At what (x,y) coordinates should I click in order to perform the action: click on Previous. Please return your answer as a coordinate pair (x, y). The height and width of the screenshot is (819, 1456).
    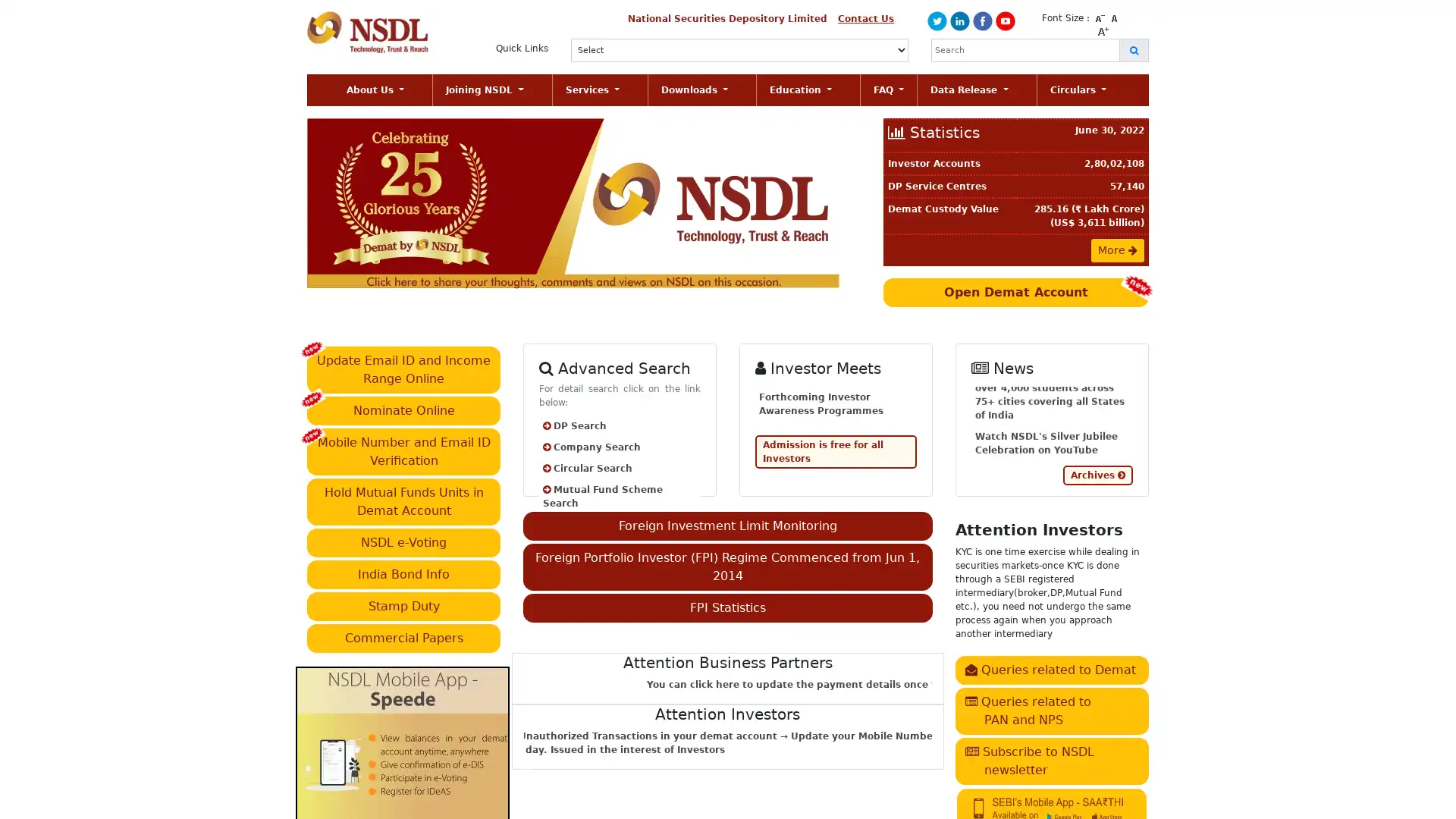
    Looking at the image, I should click on (347, 202).